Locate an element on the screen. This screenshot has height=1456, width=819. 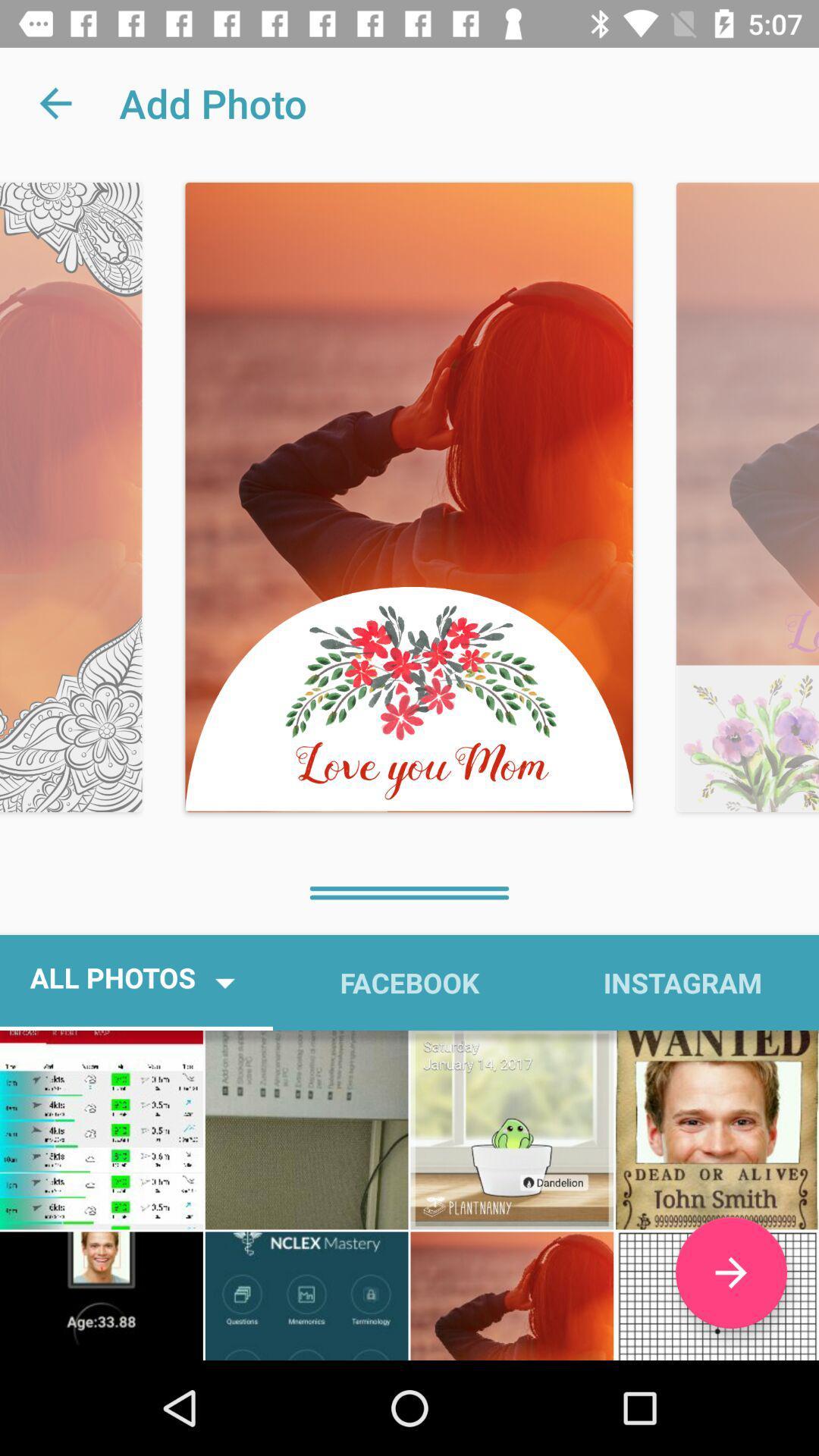
item below the instagram icon is located at coordinates (730, 1272).